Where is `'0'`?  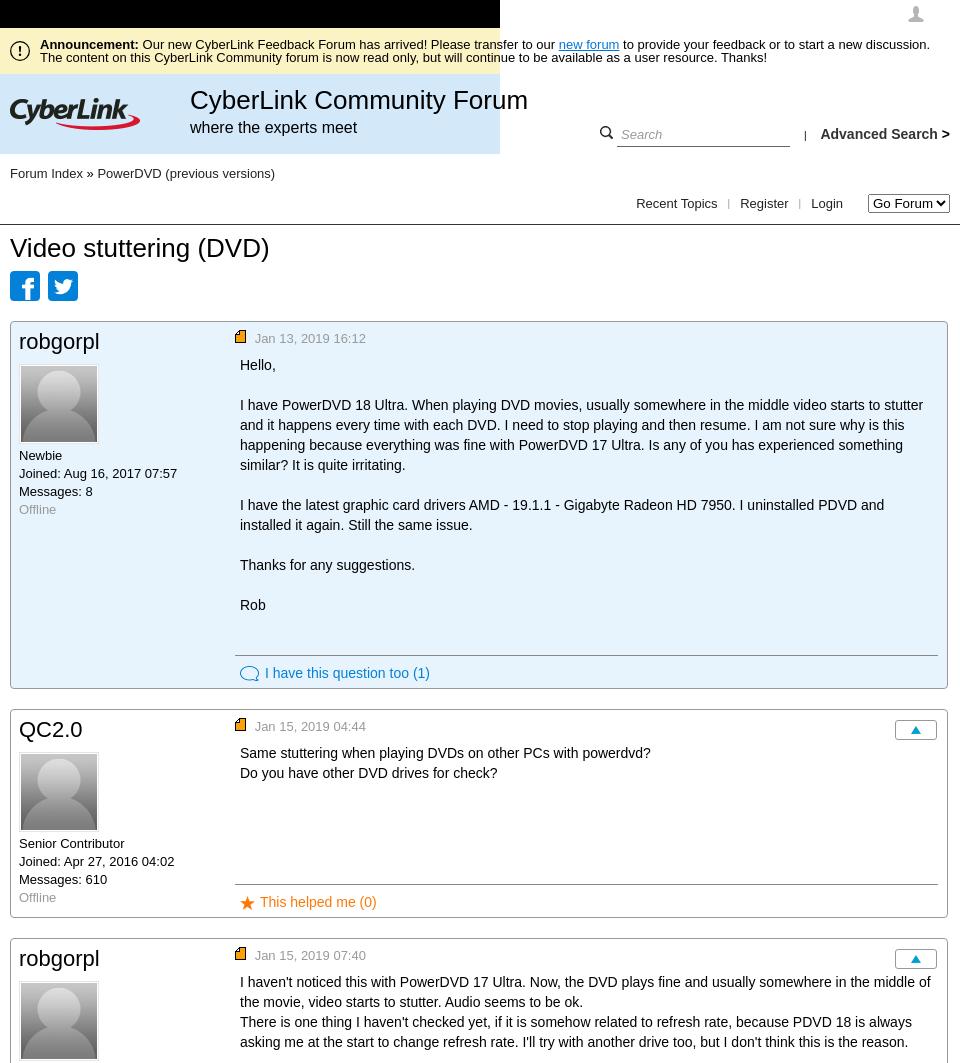
'0' is located at coordinates (366, 900).